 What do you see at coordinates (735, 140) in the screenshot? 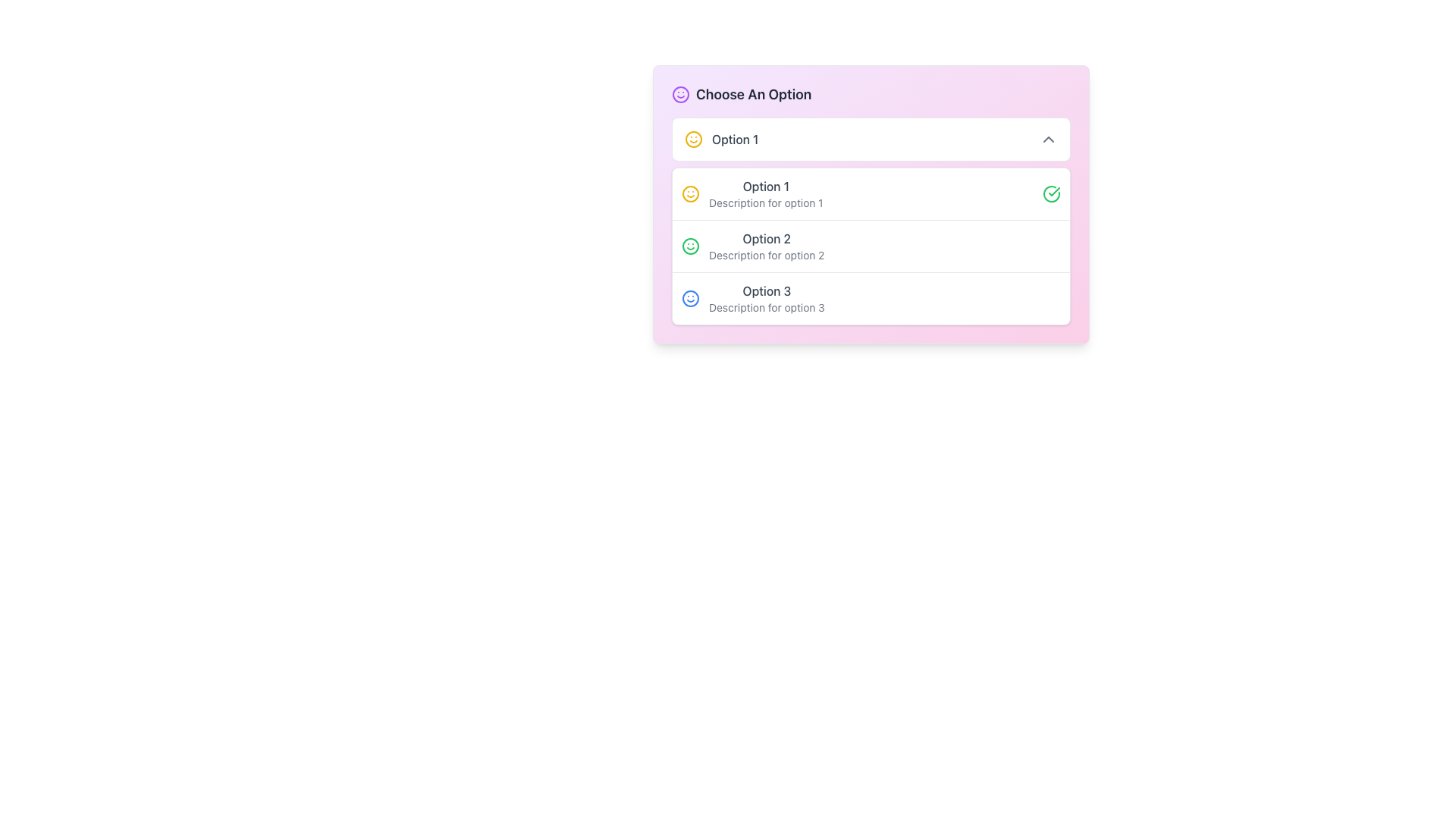
I see `the 'Option 1' label in the dropdown list` at bounding box center [735, 140].